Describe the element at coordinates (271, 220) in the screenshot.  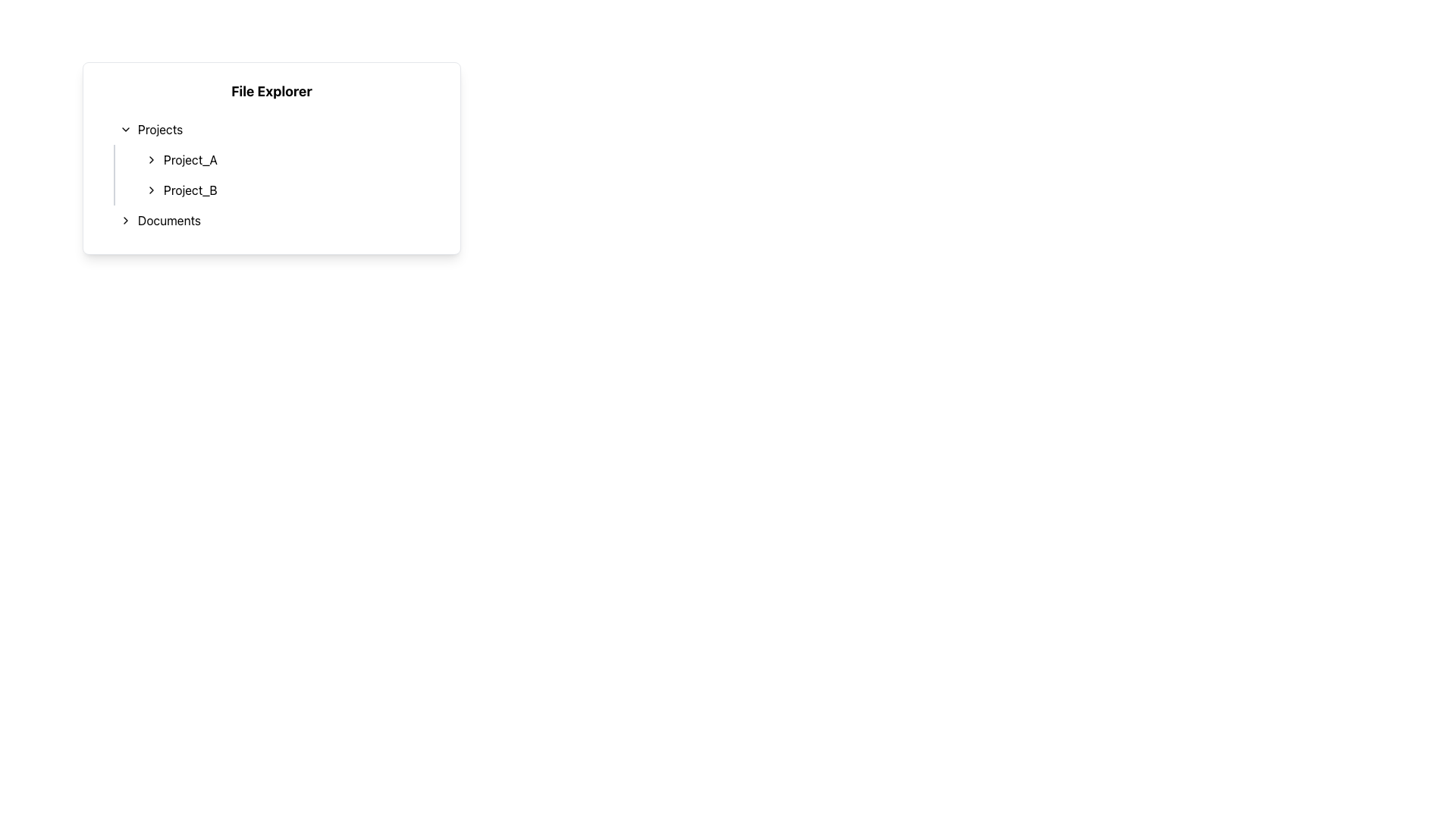
I see `the 'Documents' collapsible menu item in the 'Projects' section of the 'File Explorer', which has a light hover effect and is located below 'Project_B'` at that location.